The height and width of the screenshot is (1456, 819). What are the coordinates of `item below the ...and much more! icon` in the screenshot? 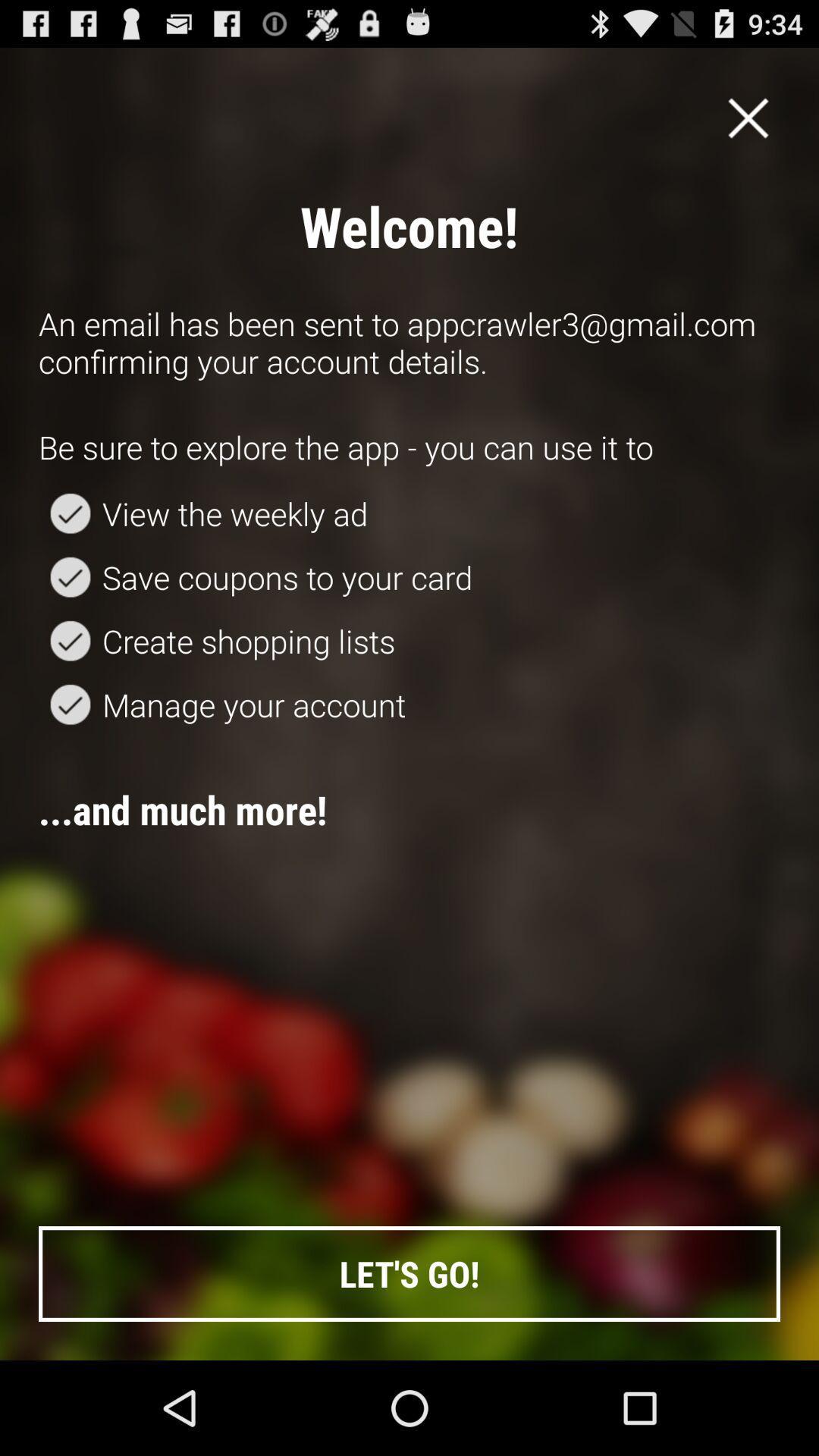 It's located at (409, 1274).